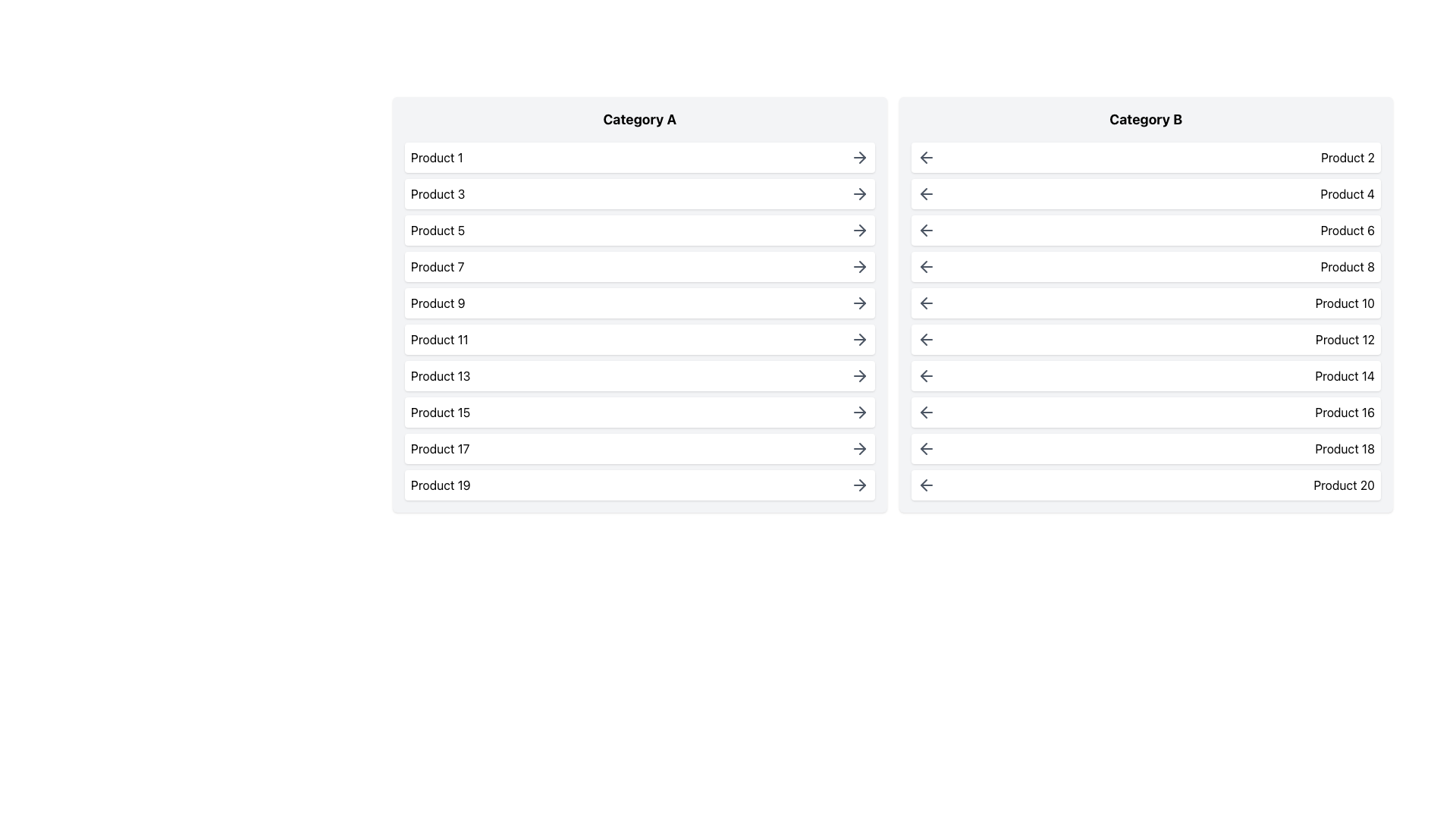 Image resolution: width=1456 pixels, height=819 pixels. What do you see at coordinates (925, 447) in the screenshot?
I see `the left arrow icon button located next to the product name 'Product 18' in the 'Category B' section` at bounding box center [925, 447].